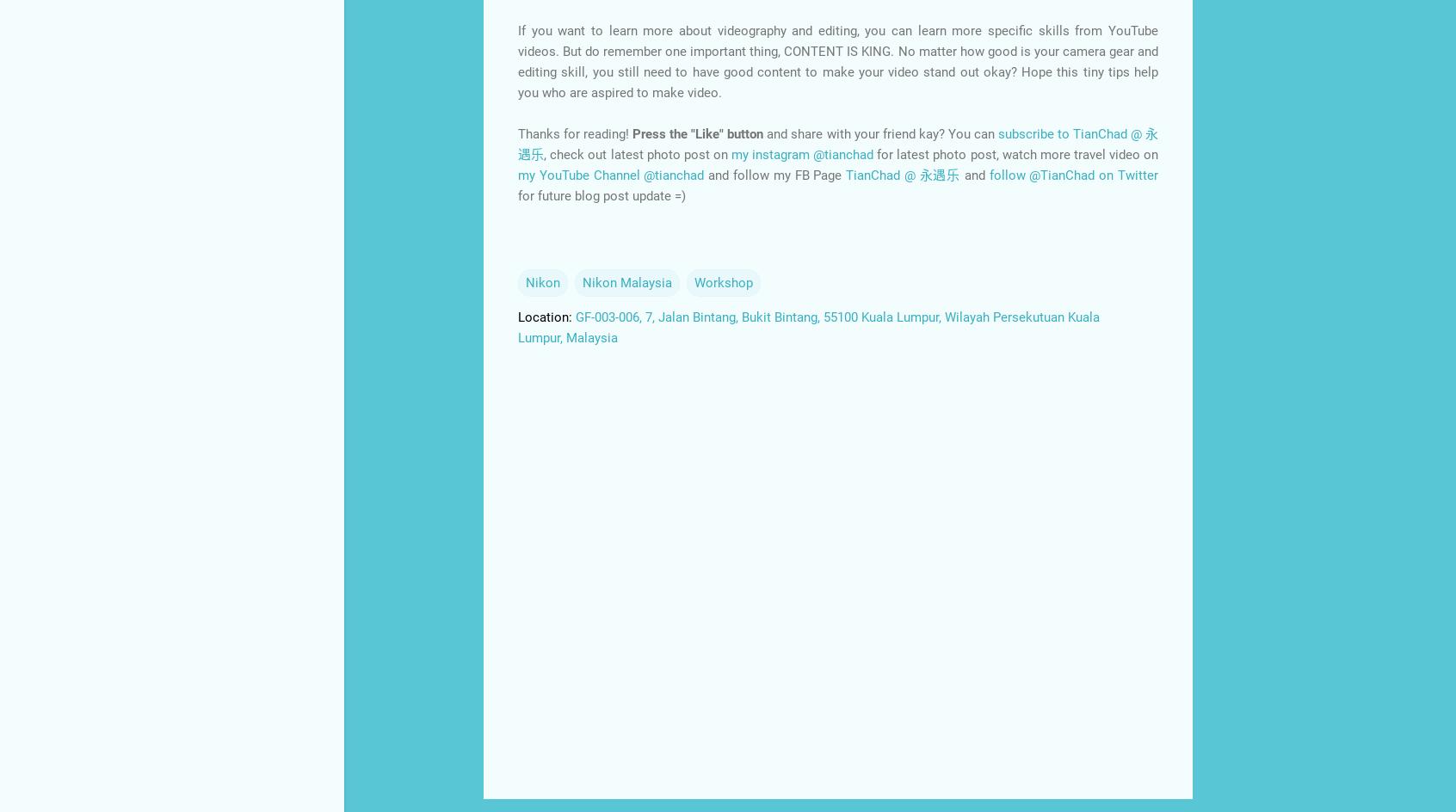 This screenshot has height=812, width=1456. What do you see at coordinates (838, 143) in the screenshot?
I see `'subscribe to  TianChad @ 永遇乐'` at bounding box center [838, 143].